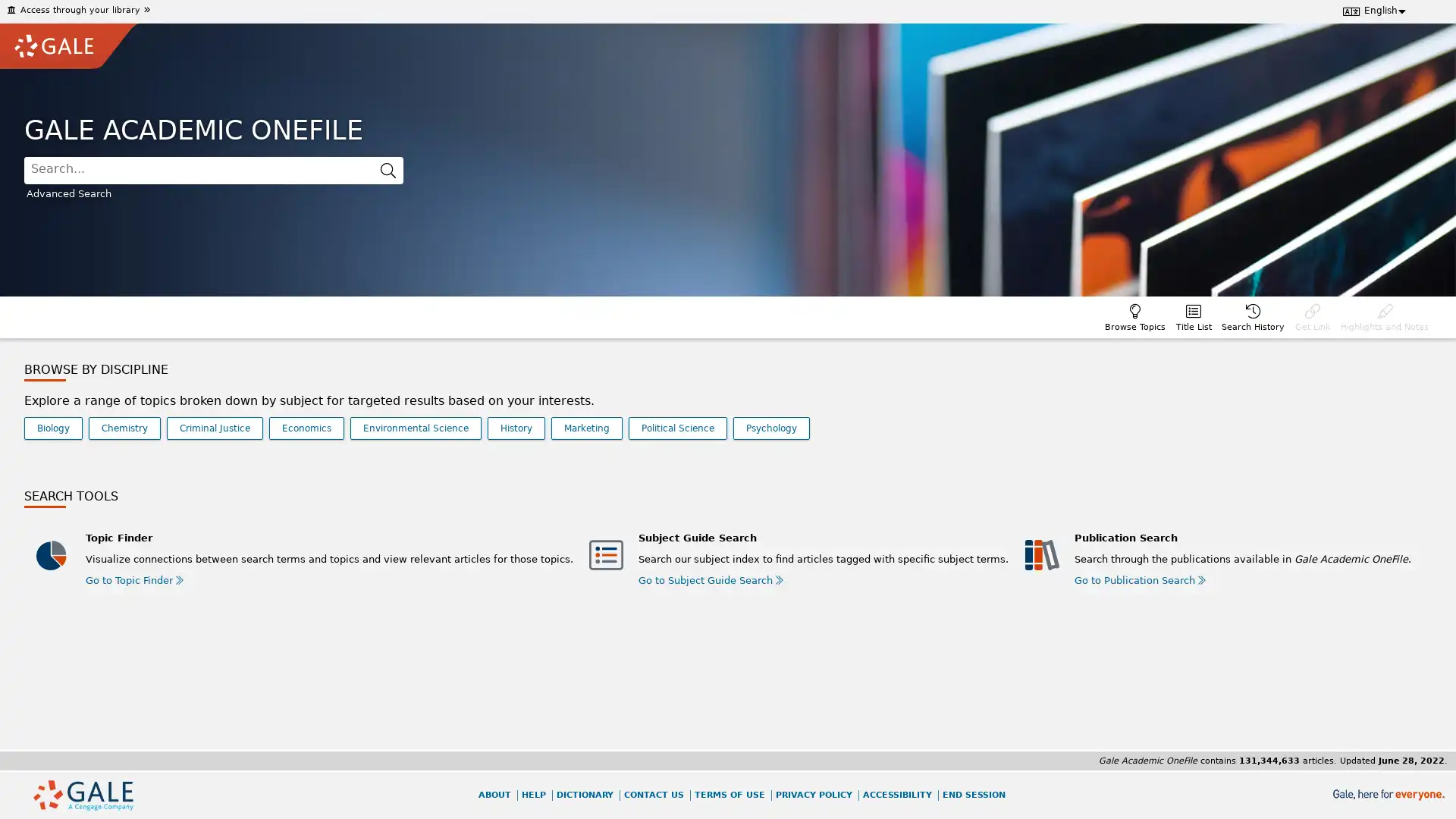 Image resolution: width=1456 pixels, height=819 pixels. Describe the element at coordinates (388, 170) in the screenshot. I see `Submit` at that location.